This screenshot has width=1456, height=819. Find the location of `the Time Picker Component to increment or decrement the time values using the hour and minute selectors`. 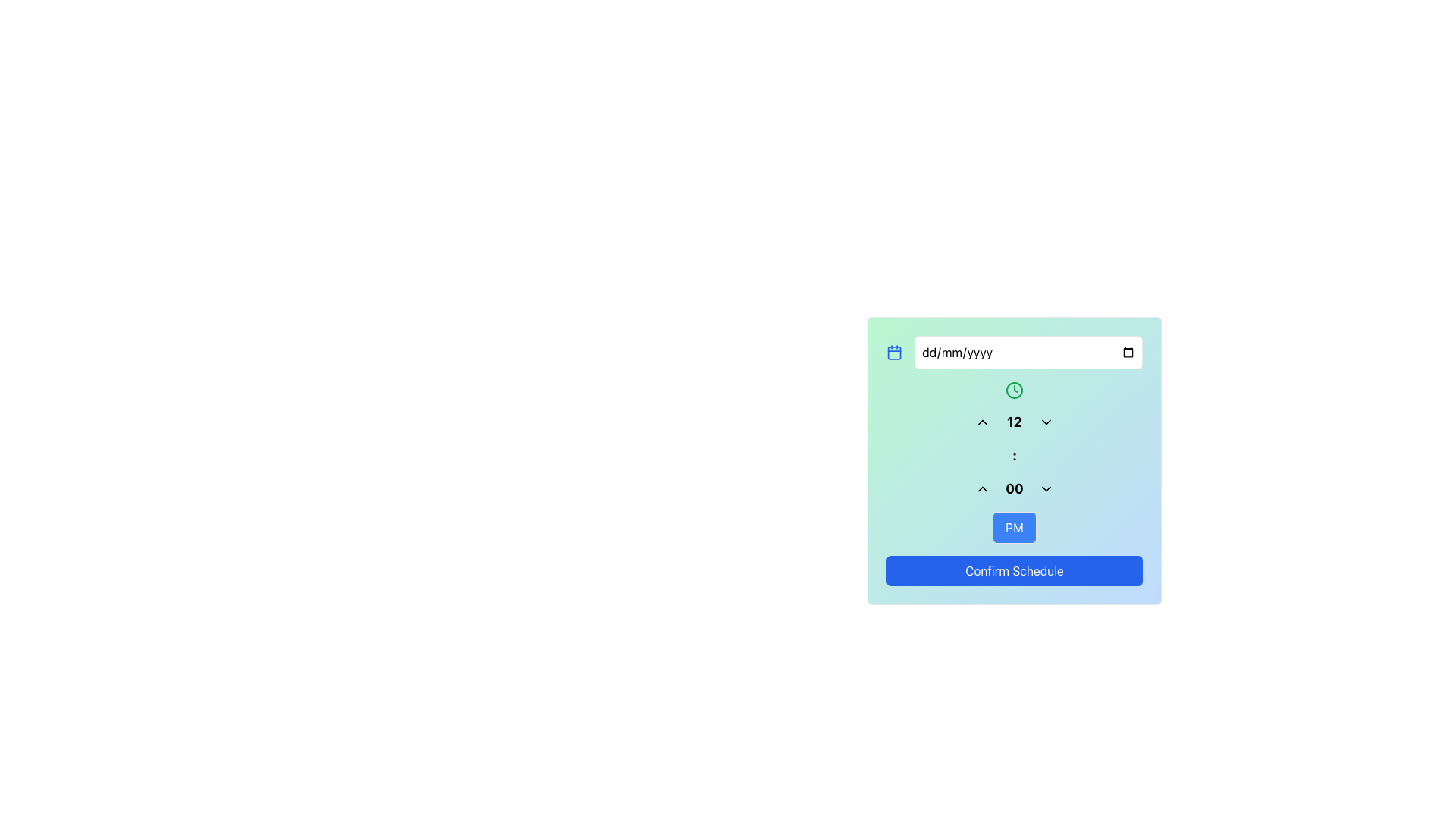

the Time Picker Component to increment or decrement the time values using the hour and minute selectors is located at coordinates (1015, 461).